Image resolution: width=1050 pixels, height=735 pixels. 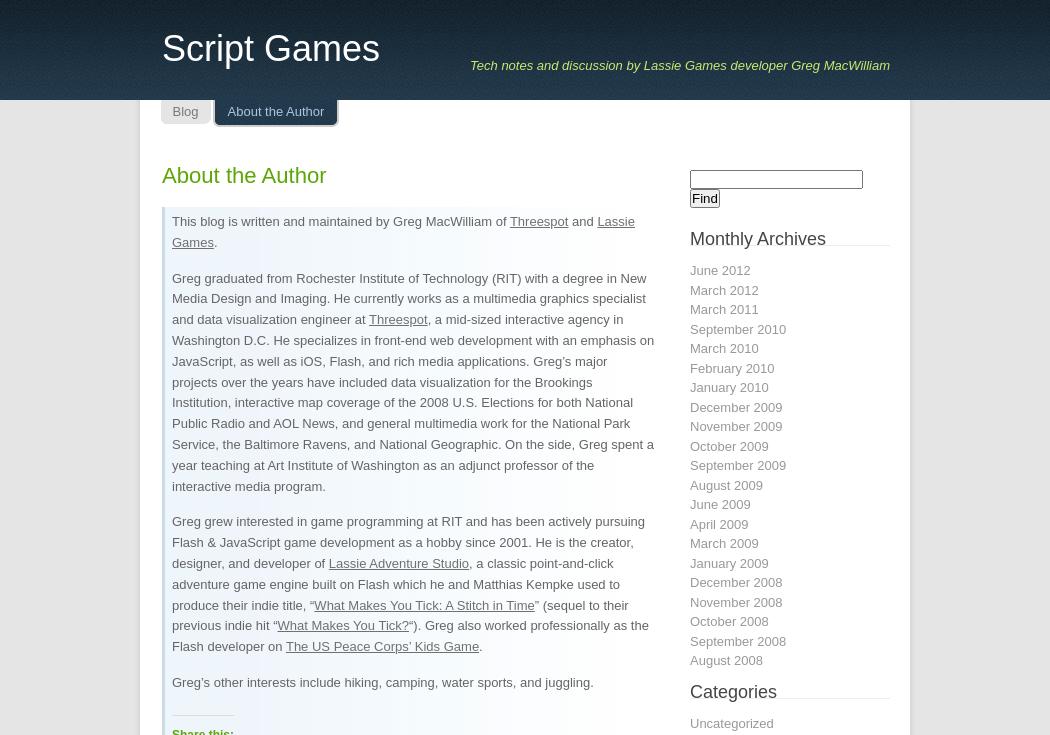 I want to click on 'March 2012', so click(x=722, y=289).